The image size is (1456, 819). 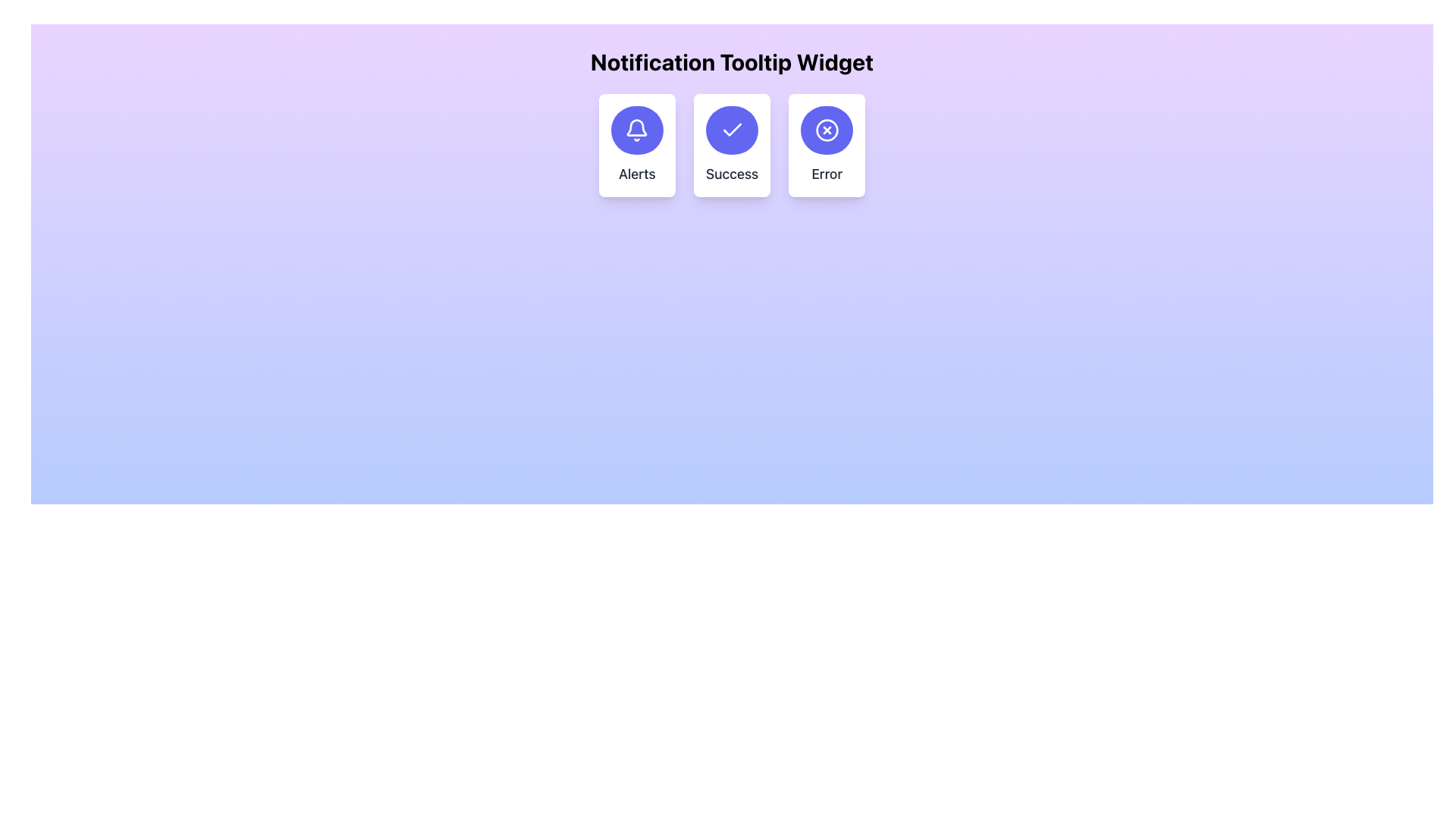 I want to click on the text label displaying the word 'Success' in a medium-sized, bold font styled in grayish-black color, which is part of a card-like component, so click(x=732, y=174).